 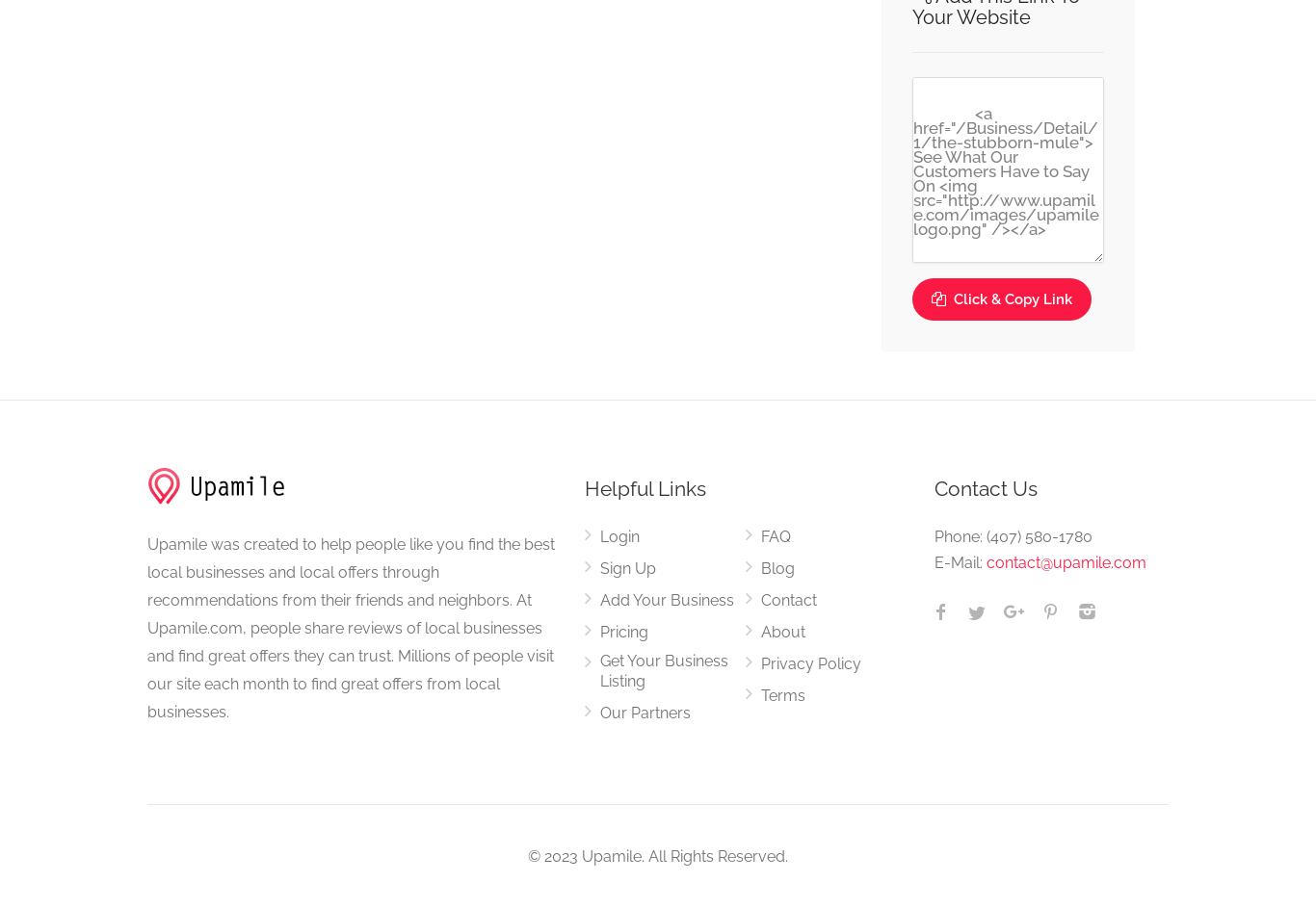 What do you see at coordinates (1009, 298) in the screenshot?
I see `'Click & Copy Link'` at bounding box center [1009, 298].